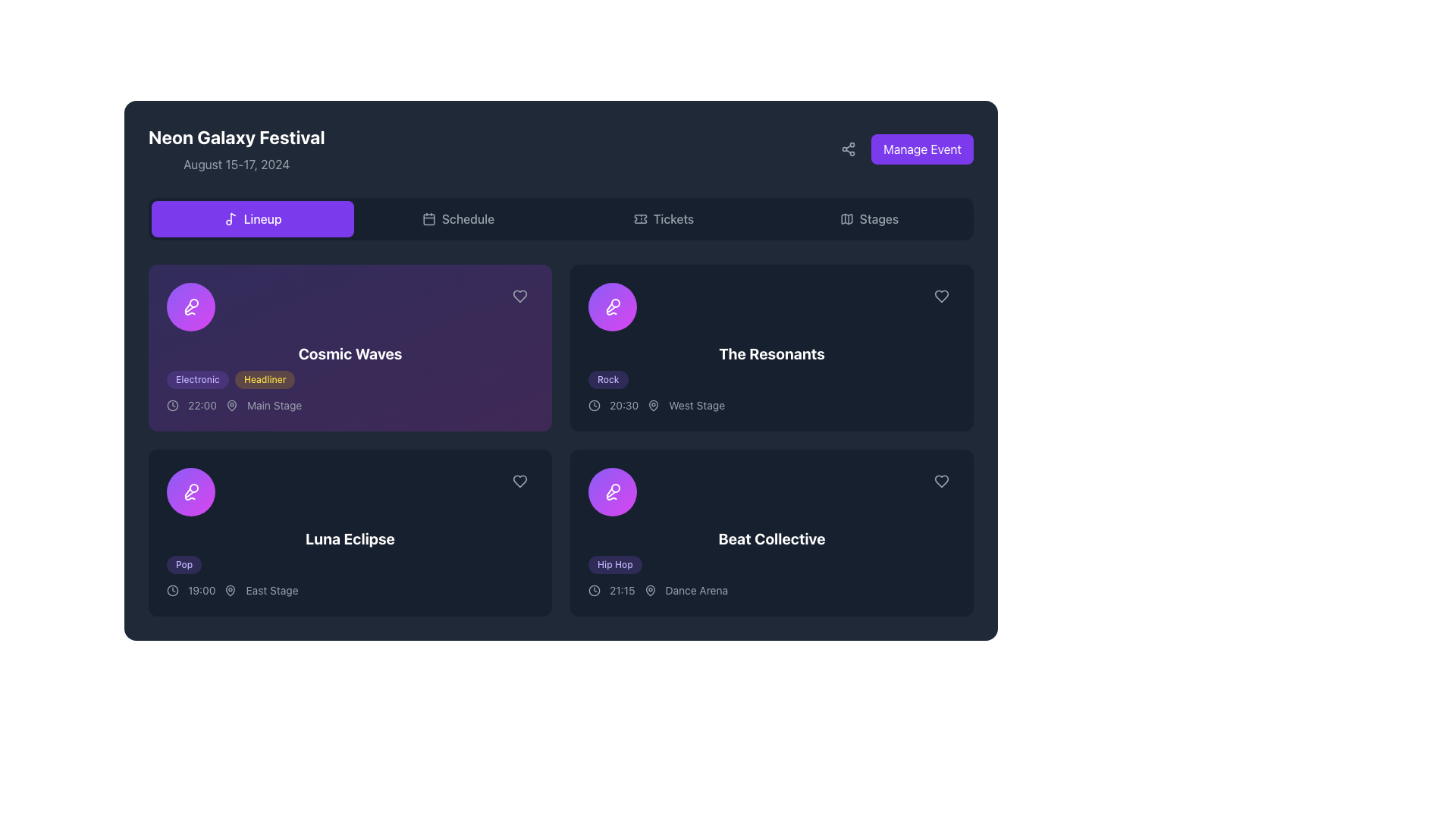  What do you see at coordinates (265, 379) in the screenshot?
I see `the 'Headliner' tag label, which is a rectangular label with light-yellow text against a faint yellow background, positioned next to the 'Electronic' tag under the title 'Cosmic Waves'` at bounding box center [265, 379].